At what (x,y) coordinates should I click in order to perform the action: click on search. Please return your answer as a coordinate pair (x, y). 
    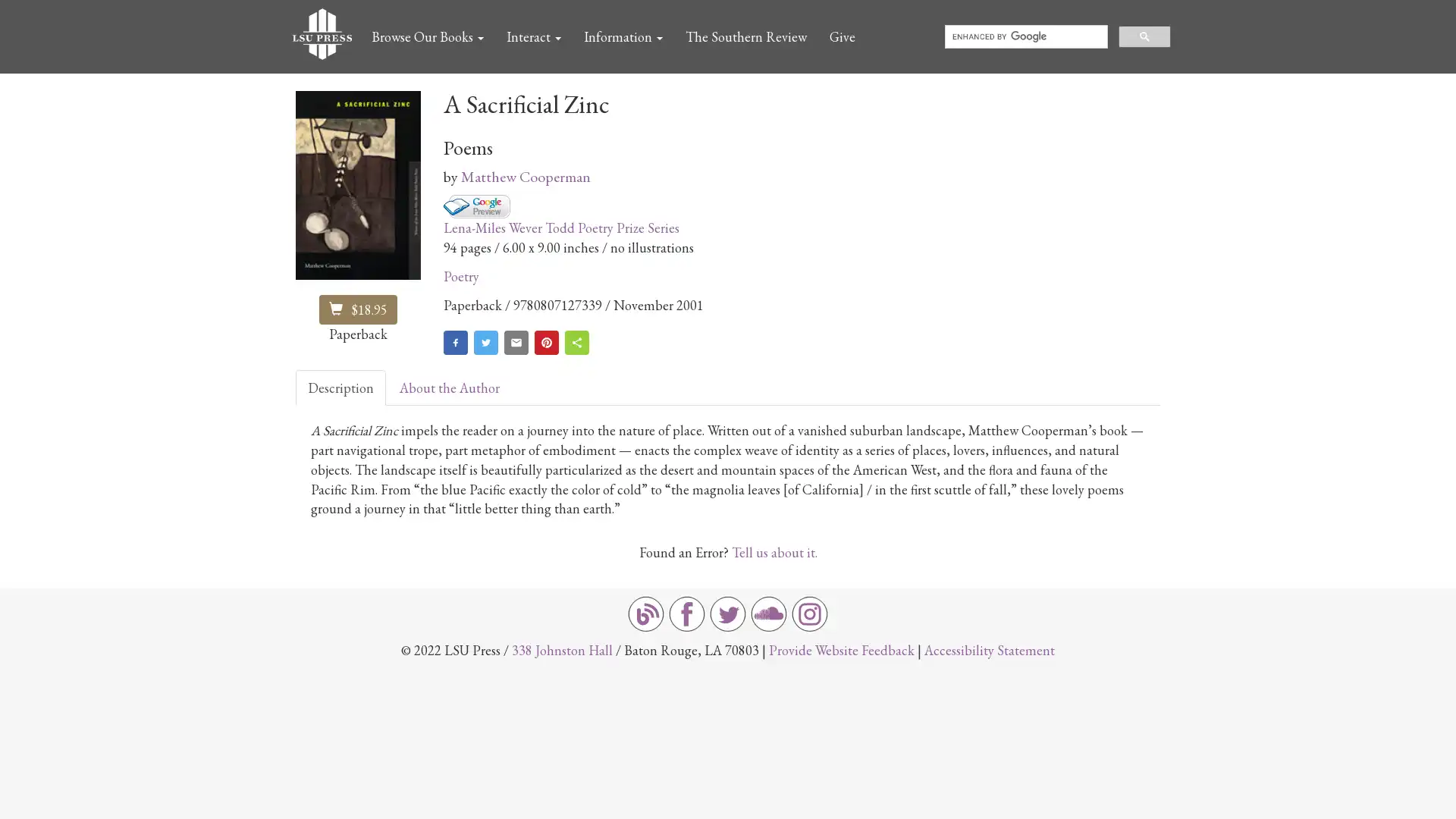
    Looking at the image, I should click on (1144, 35).